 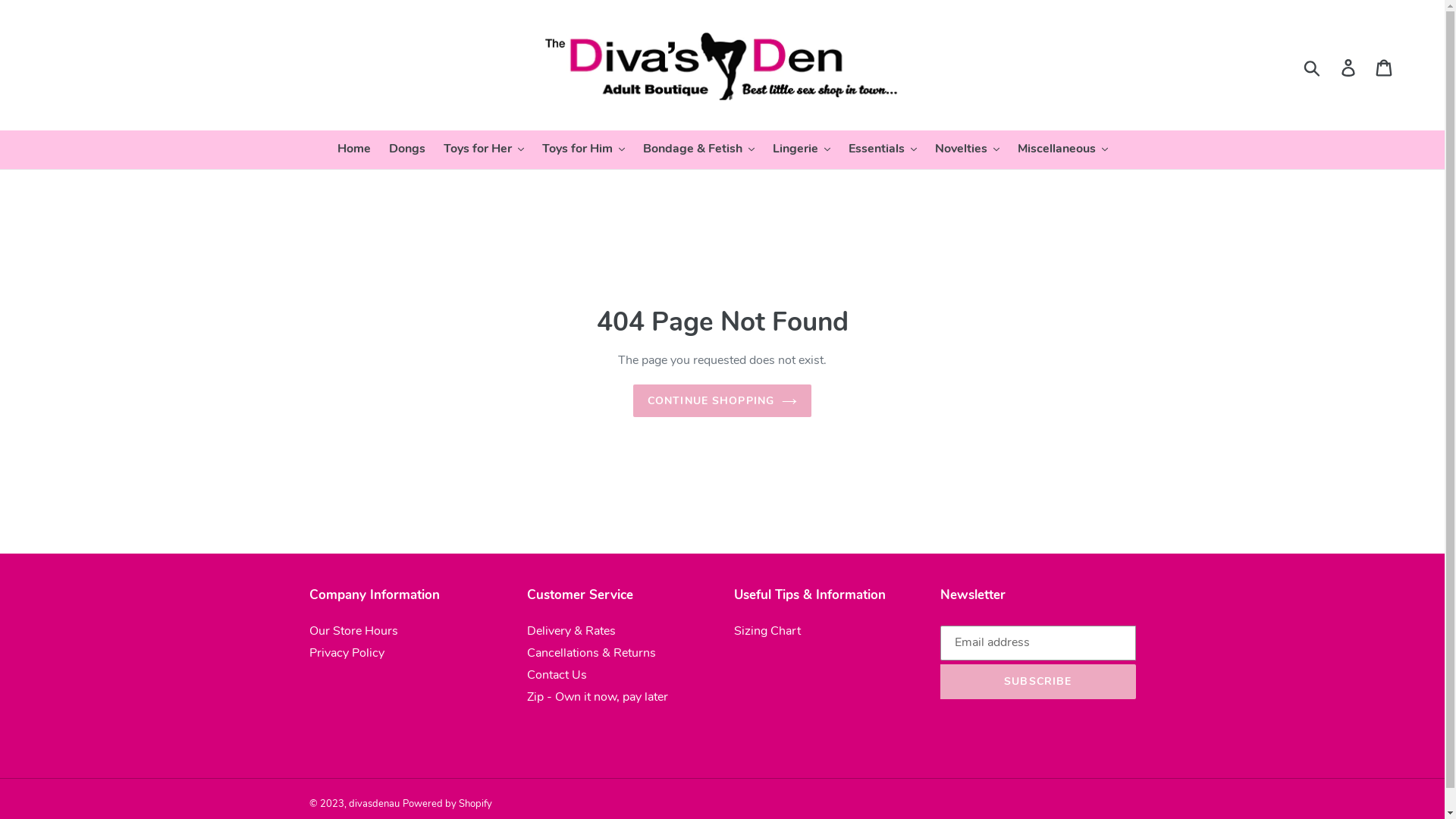 I want to click on 'Delivery & Rates', so click(x=570, y=632).